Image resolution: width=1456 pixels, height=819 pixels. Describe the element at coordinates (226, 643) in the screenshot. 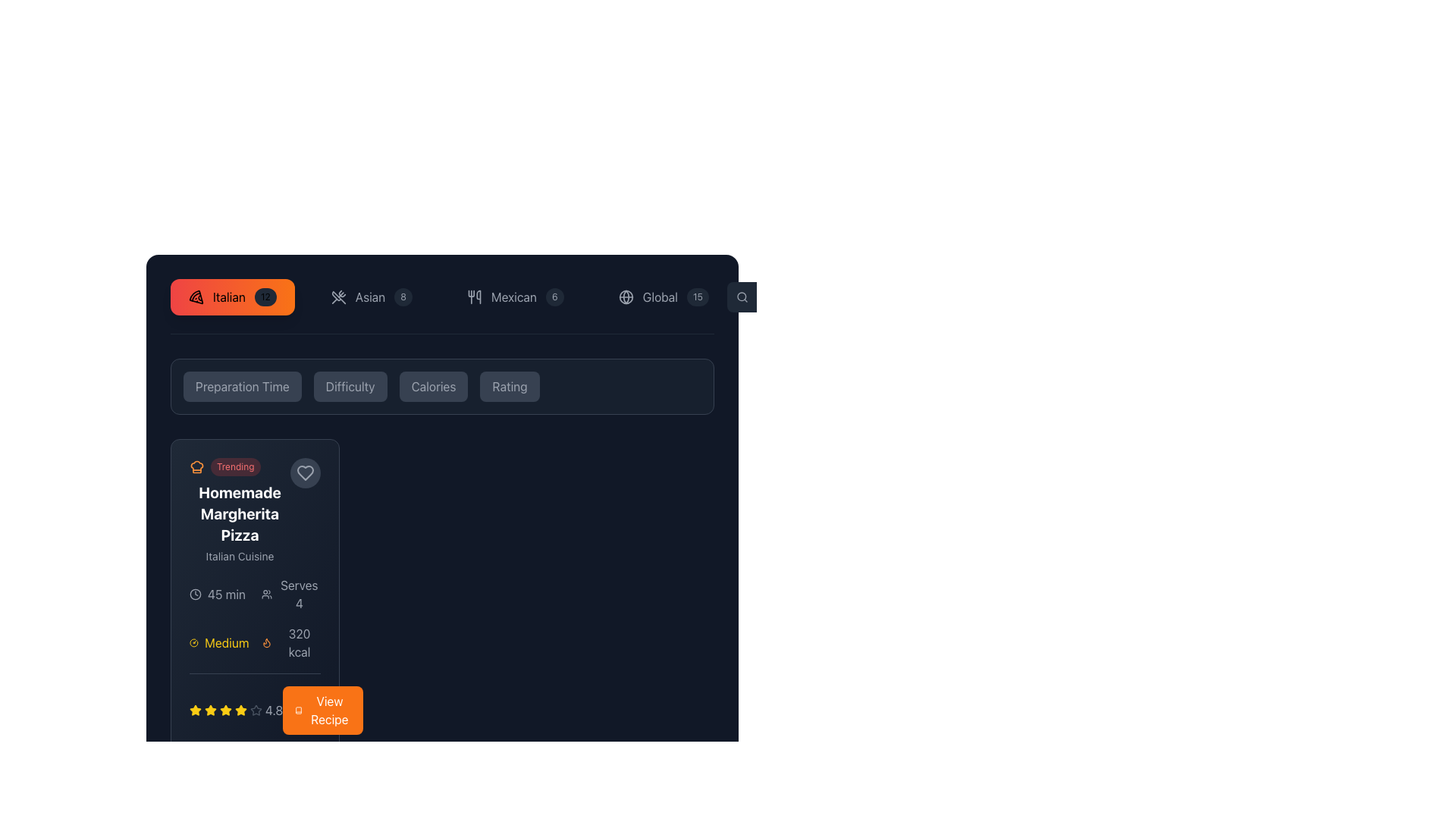

I see `the text label displaying 'Medium' in bold yellow font, located within a recipe card structure, below the time and servings icons, and to the left of the flame icon` at that location.